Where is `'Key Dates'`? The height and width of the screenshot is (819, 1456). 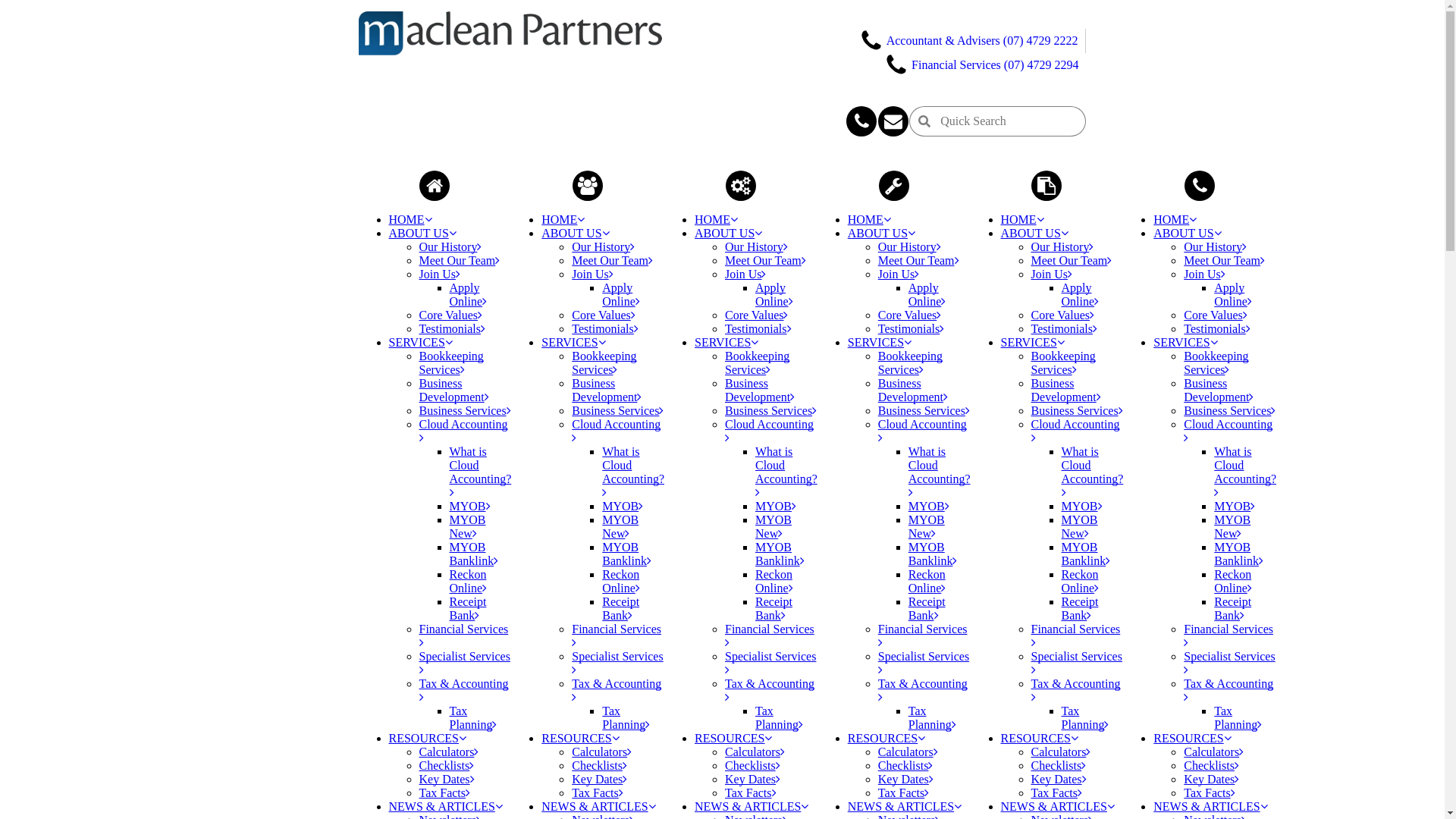 'Key Dates' is located at coordinates (1058, 779).